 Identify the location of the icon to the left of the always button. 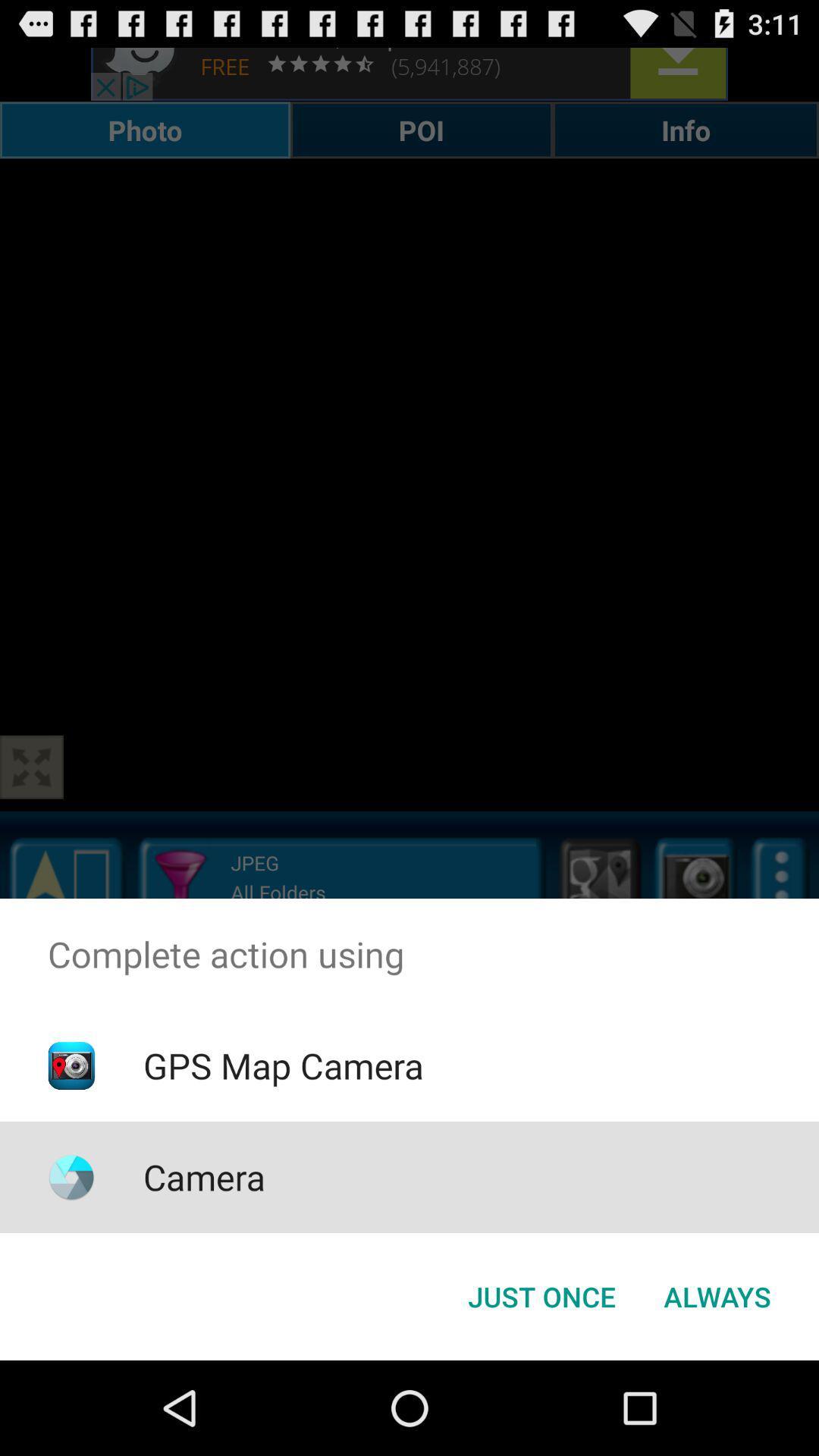
(541, 1295).